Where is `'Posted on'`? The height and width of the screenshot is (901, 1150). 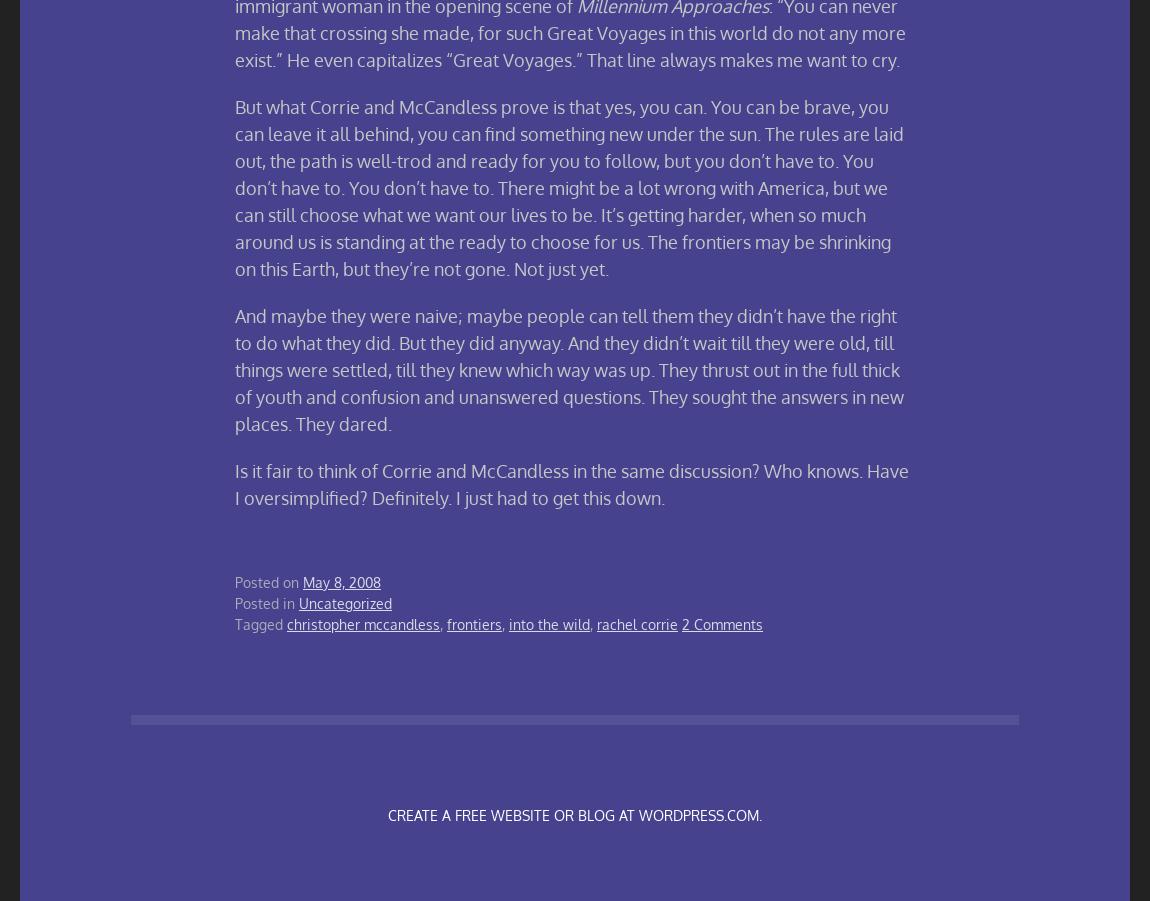
'Posted on' is located at coordinates (267, 581).